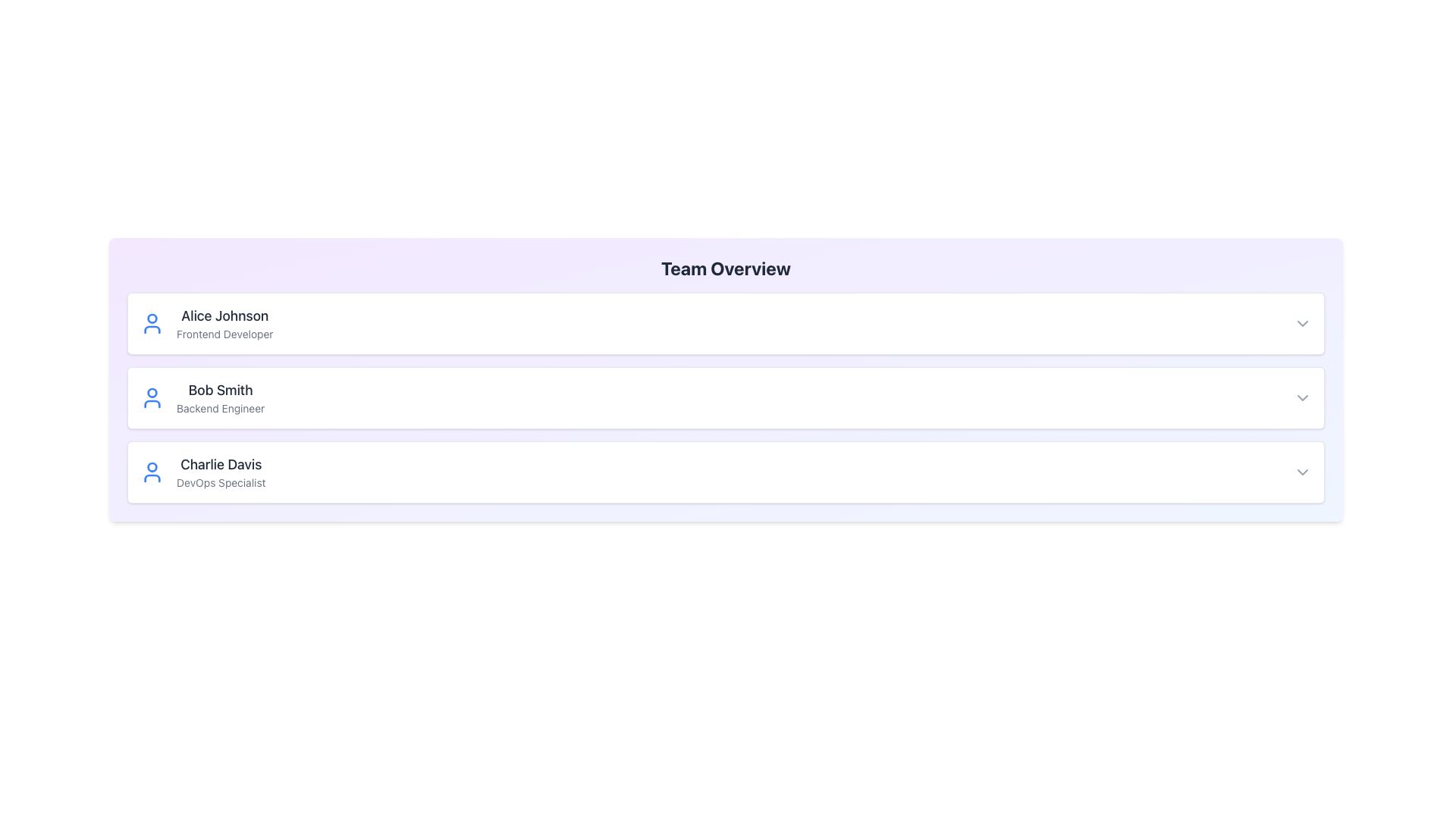 This screenshot has height=819, width=1456. Describe the element at coordinates (206, 323) in the screenshot. I see `the profile entry text displaying the individual's name and role in the first visible row of the 'Team Overview' section` at that location.